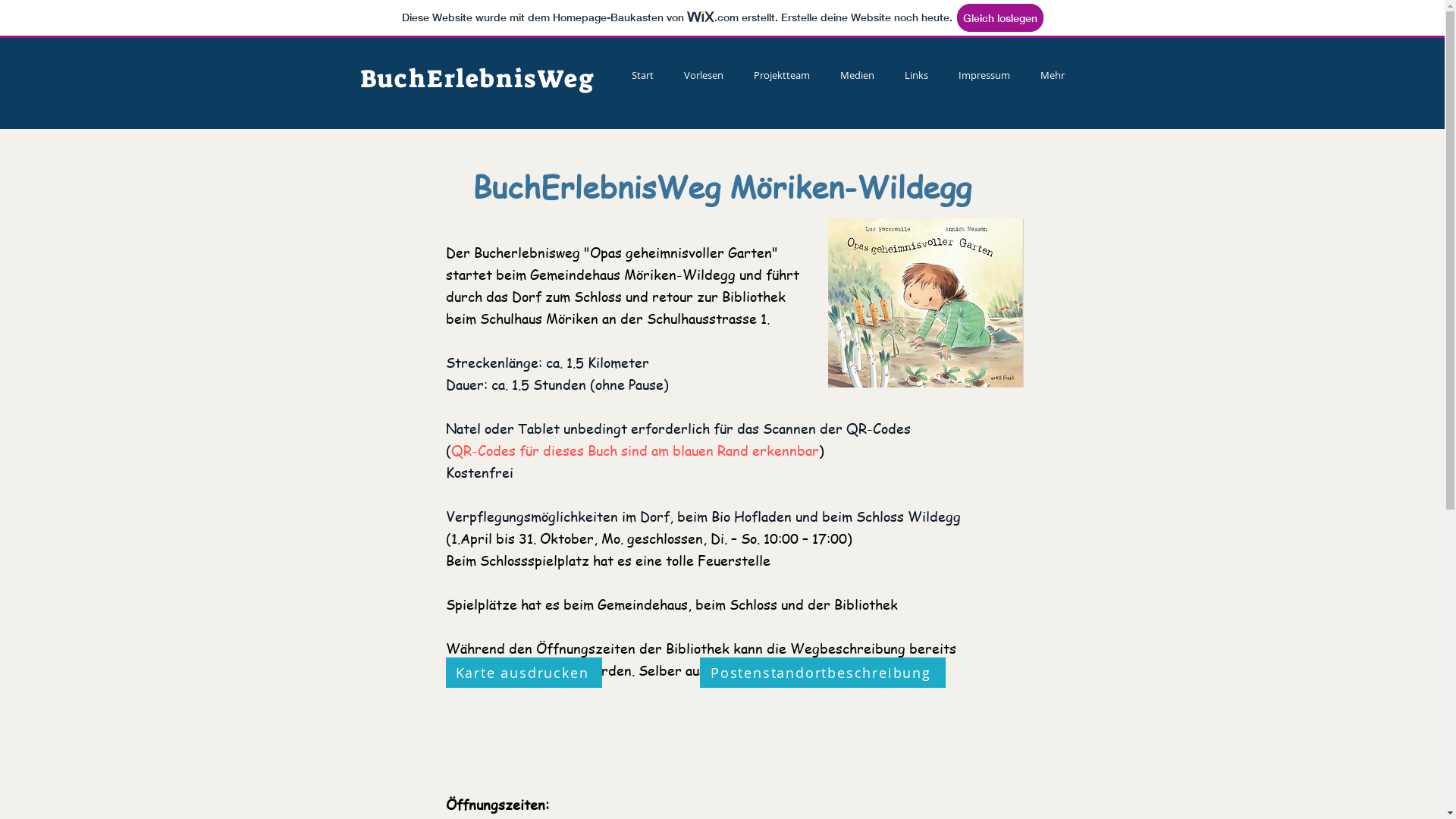 The image size is (1456, 819). I want to click on 'Impressum', so click(942, 75).